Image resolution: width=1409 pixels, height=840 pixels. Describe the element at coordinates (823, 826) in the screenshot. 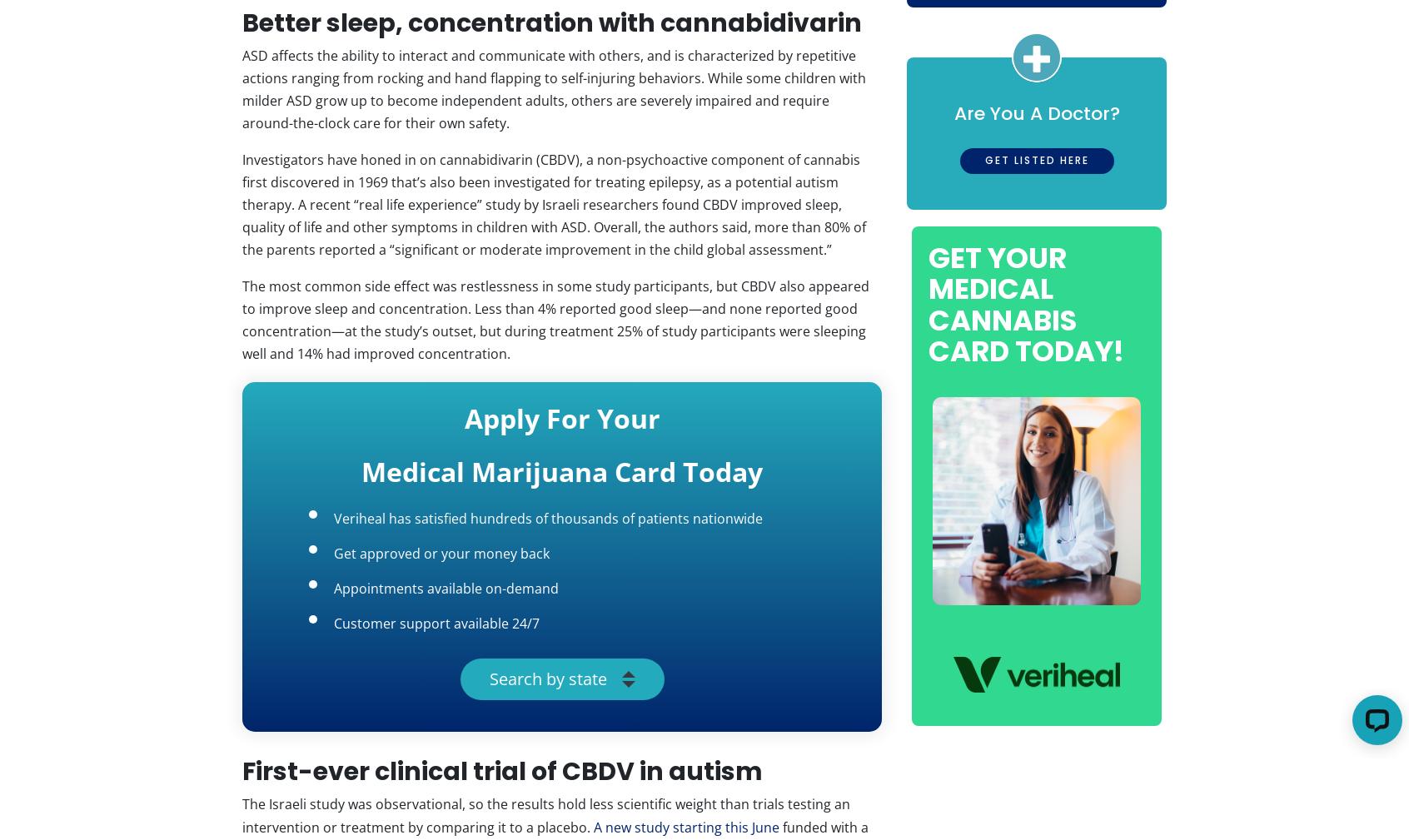

I see `'funded with a'` at that location.